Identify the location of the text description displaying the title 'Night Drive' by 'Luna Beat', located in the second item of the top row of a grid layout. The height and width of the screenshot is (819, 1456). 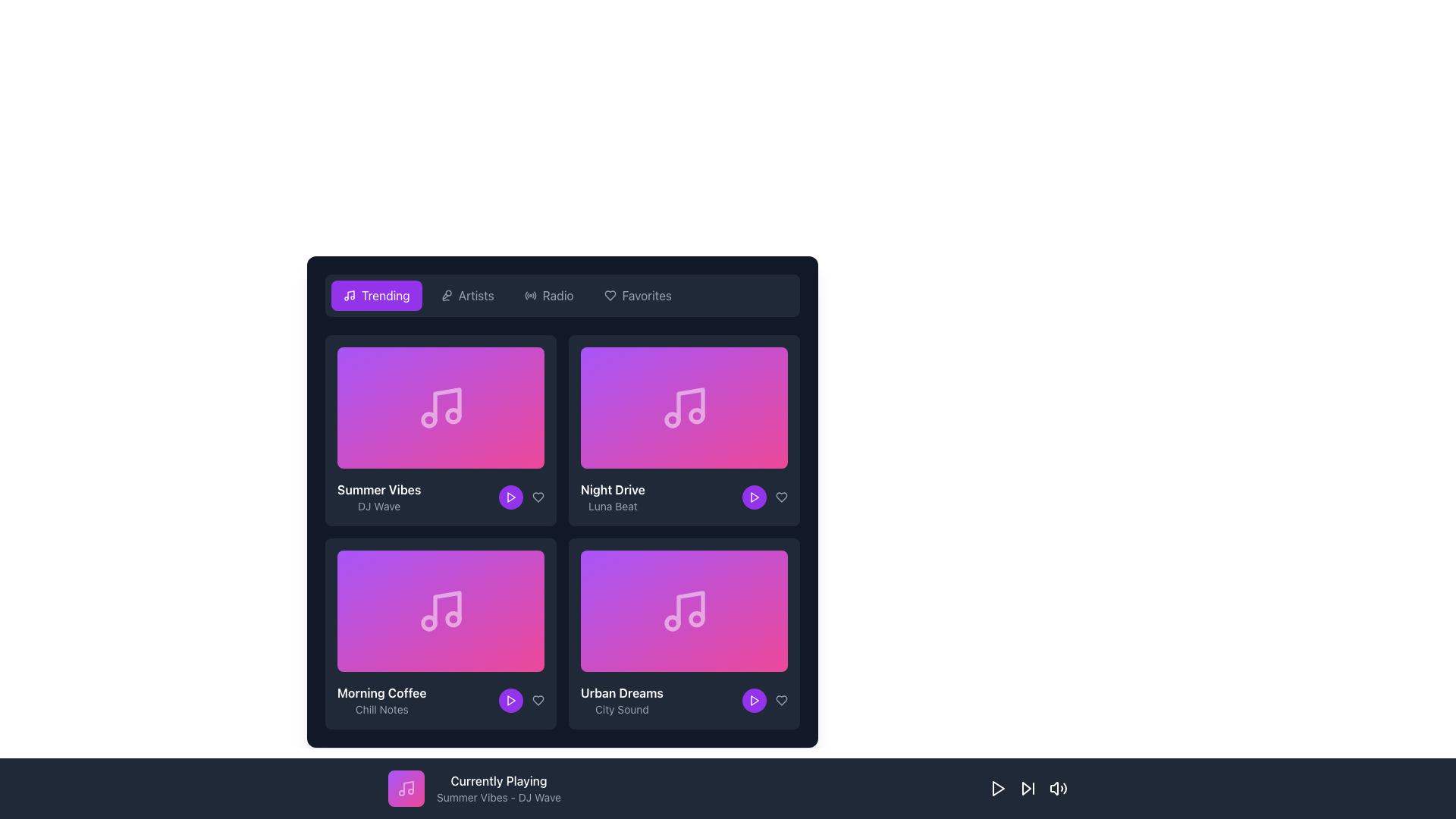
(613, 497).